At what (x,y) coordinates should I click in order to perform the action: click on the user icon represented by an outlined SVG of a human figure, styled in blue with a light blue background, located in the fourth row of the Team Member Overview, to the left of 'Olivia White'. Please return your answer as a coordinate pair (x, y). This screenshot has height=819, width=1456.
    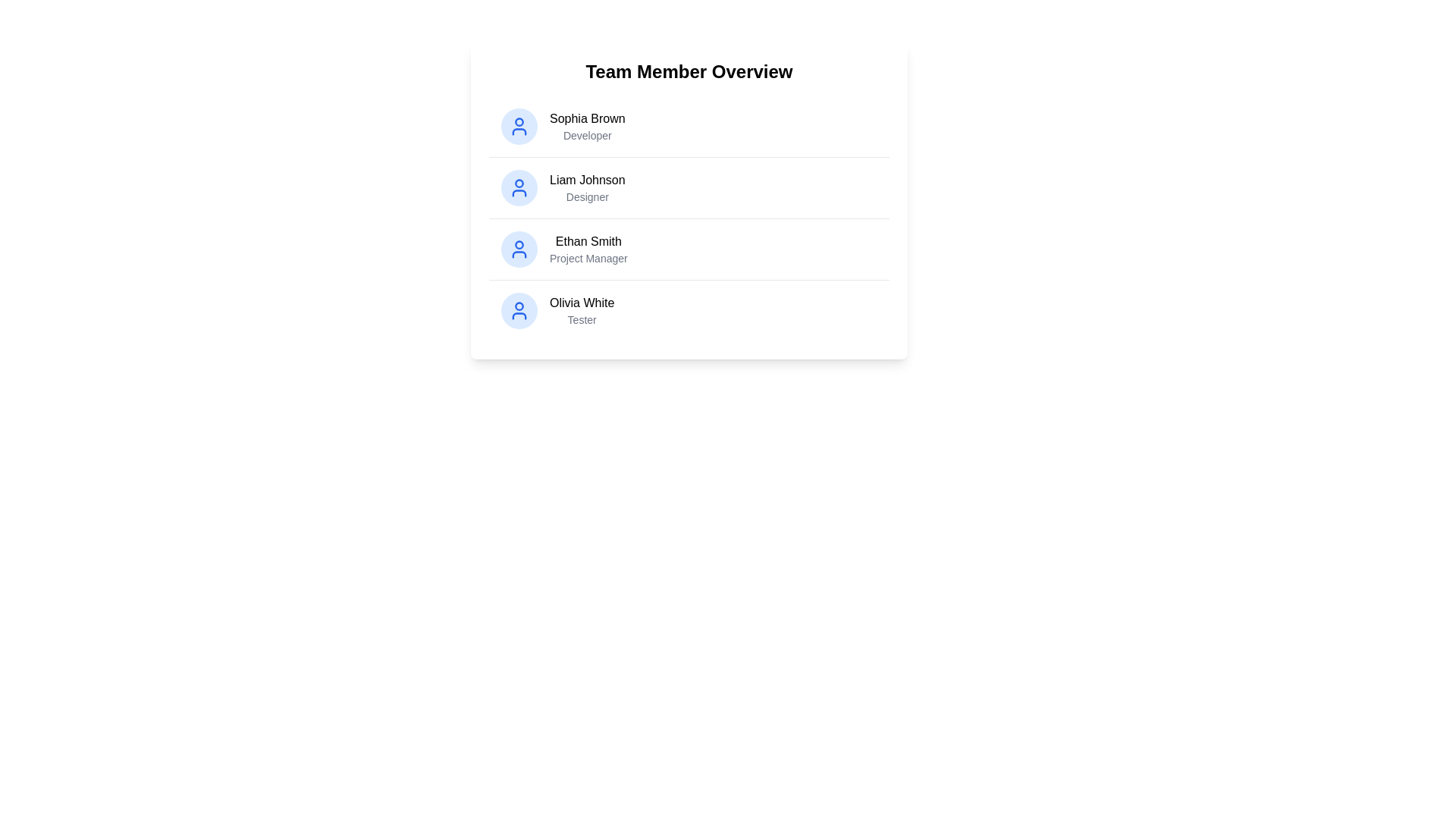
    Looking at the image, I should click on (519, 309).